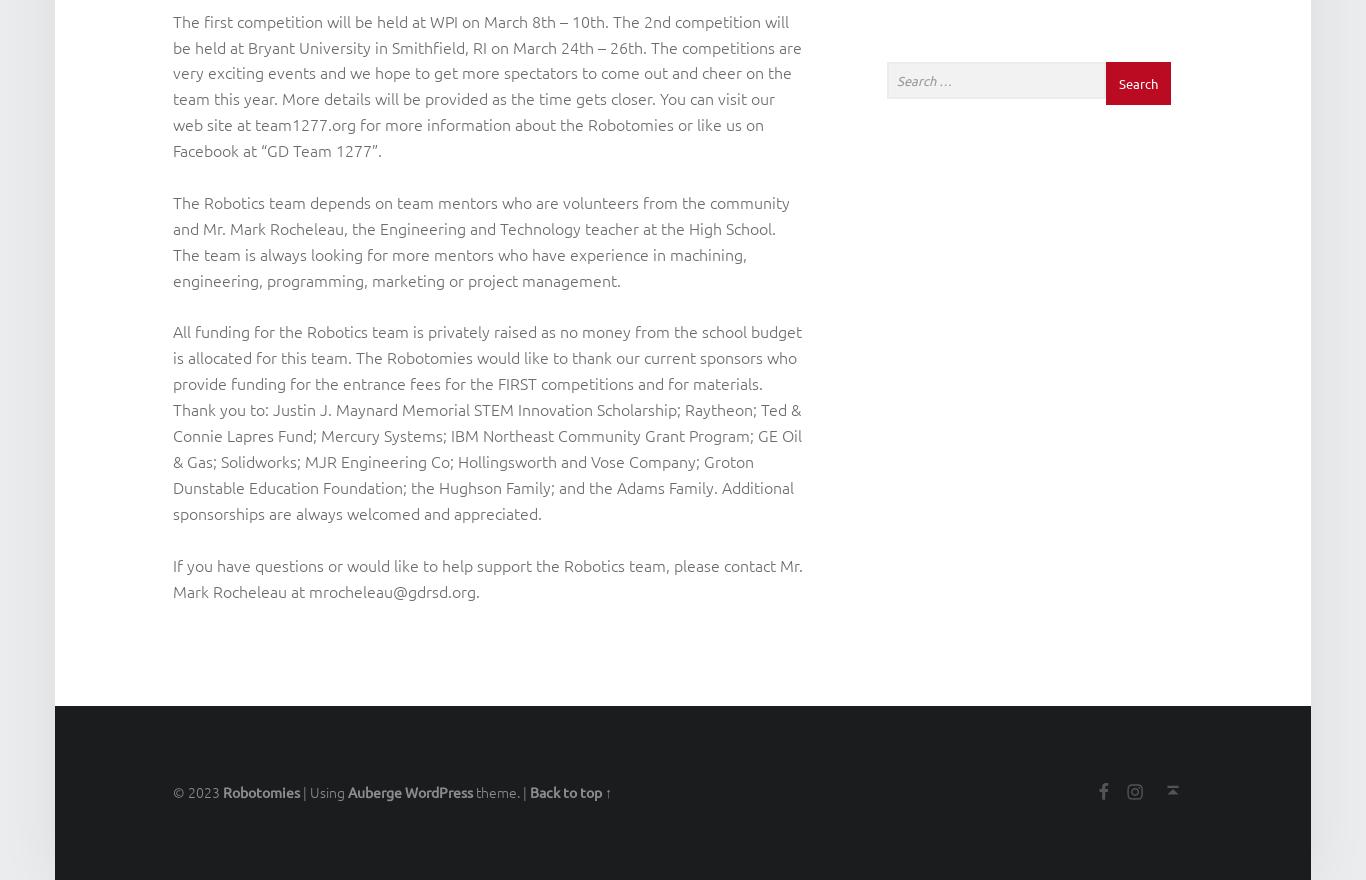 The height and width of the screenshot is (880, 1366). Describe the element at coordinates (487, 421) in the screenshot. I see `'All funding for the Robotics team is privately raised as no money from the school budget is allocated for this team. The Robotomies would like to thank our current sponsors who provide funding for the entrance fees for the FIRST competitions and for materials. Thank you to: Justin J. Maynard Memorial STEM Innovation Scholarship; Raytheon; Ted & Connie Lapres Fund; Mercury Systems; IBM Northeast Community Grant Program; GE Oil & Gas; Solidworks; MJR Engineering Co; Hollingsworth and Vose Company; Groton Dunstable Education Foundation; the Hughson Family; and the Adams Family. Additional sponsorships are always welcomed and appreciated.'` at that location.